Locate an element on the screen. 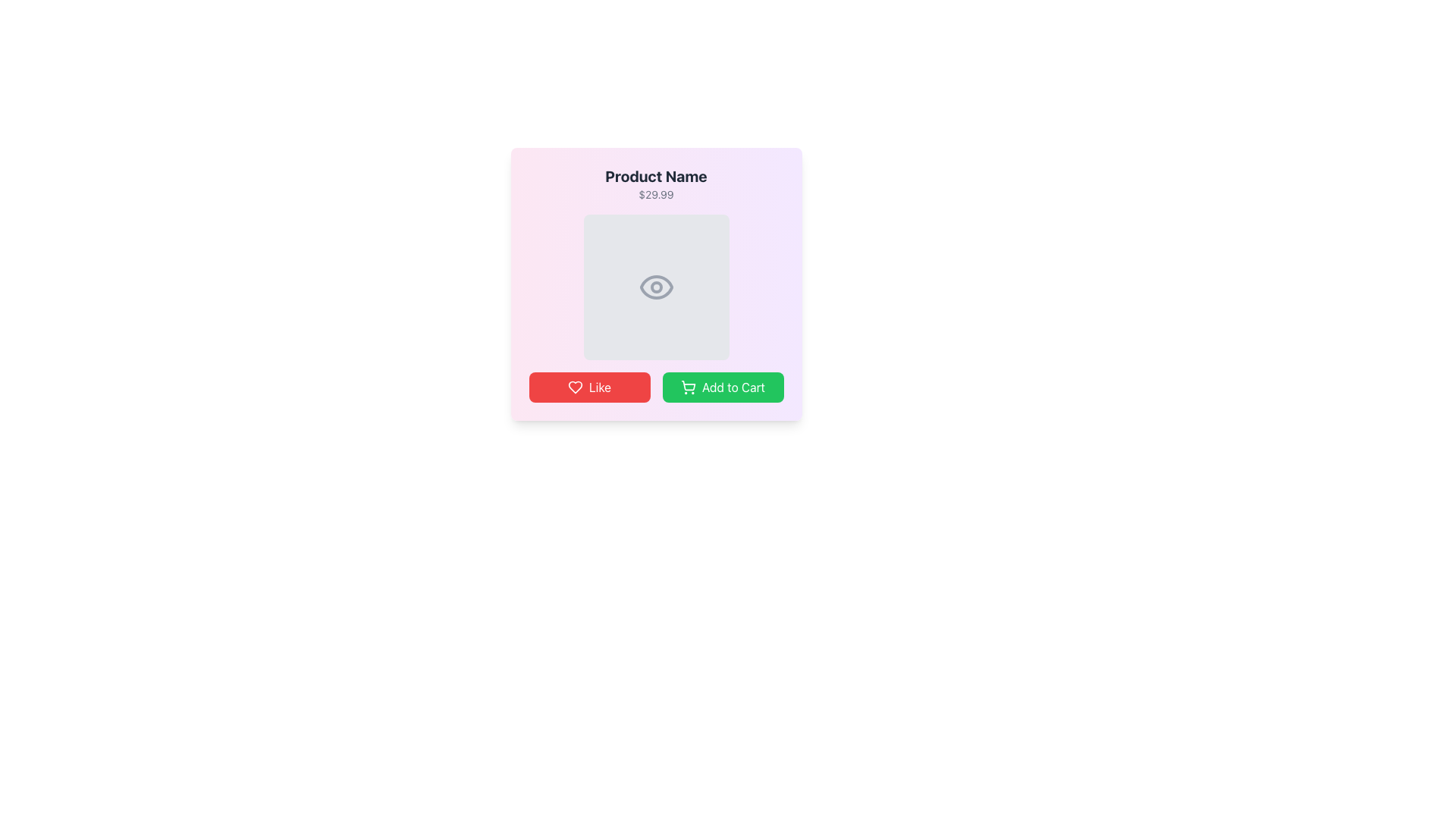 This screenshot has width=1456, height=819. the heart icon located within the red 'Like' button at the bottom of the product card for potential visual feedback is located at coordinates (574, 386).